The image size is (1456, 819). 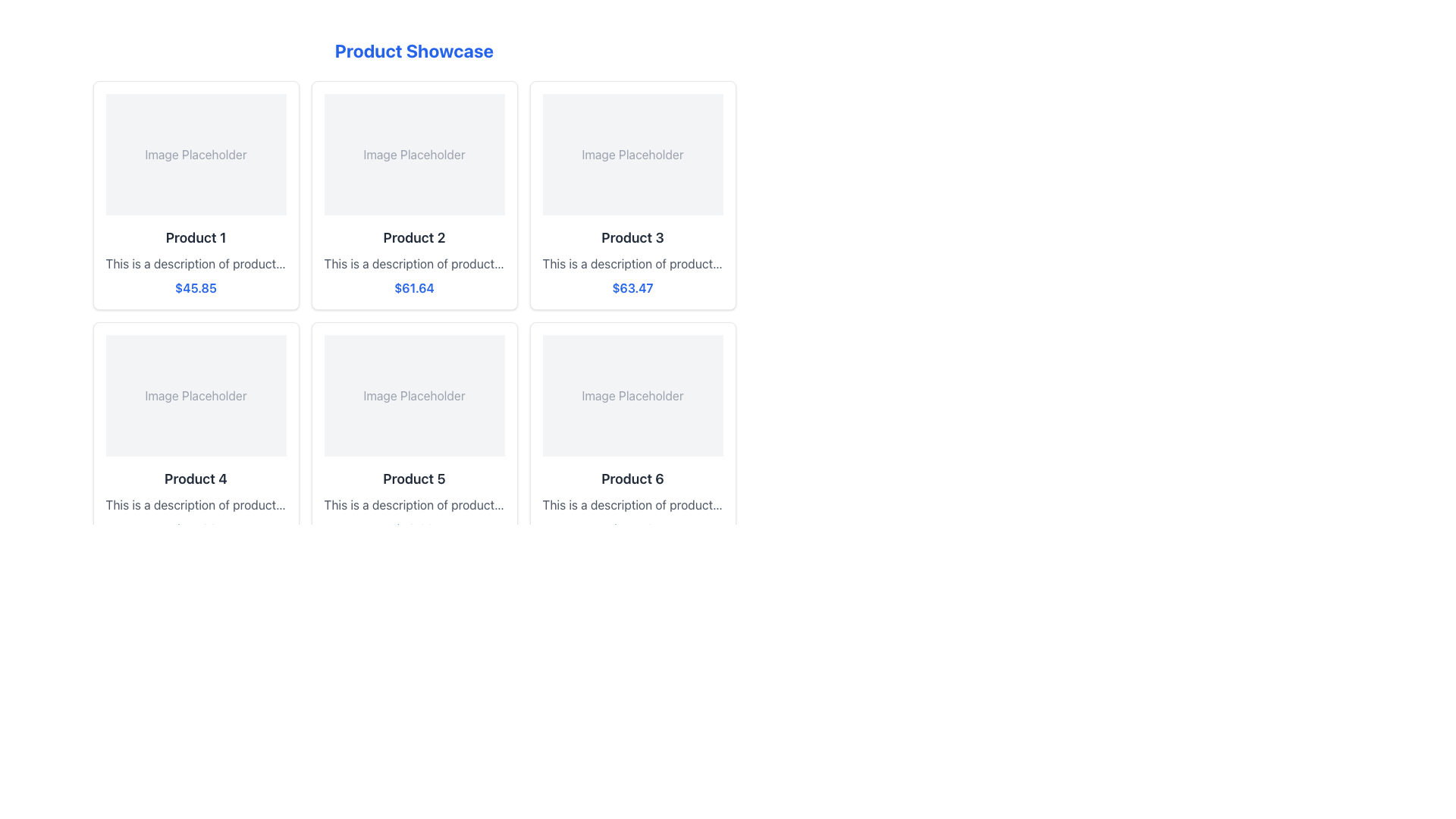 I want to click on the text element displaying 'This is a description of product 4.' which is styled in gray and located within the card layout of 'Product 4', positioned below the product name and above the product price, so click(x=195, y=505).